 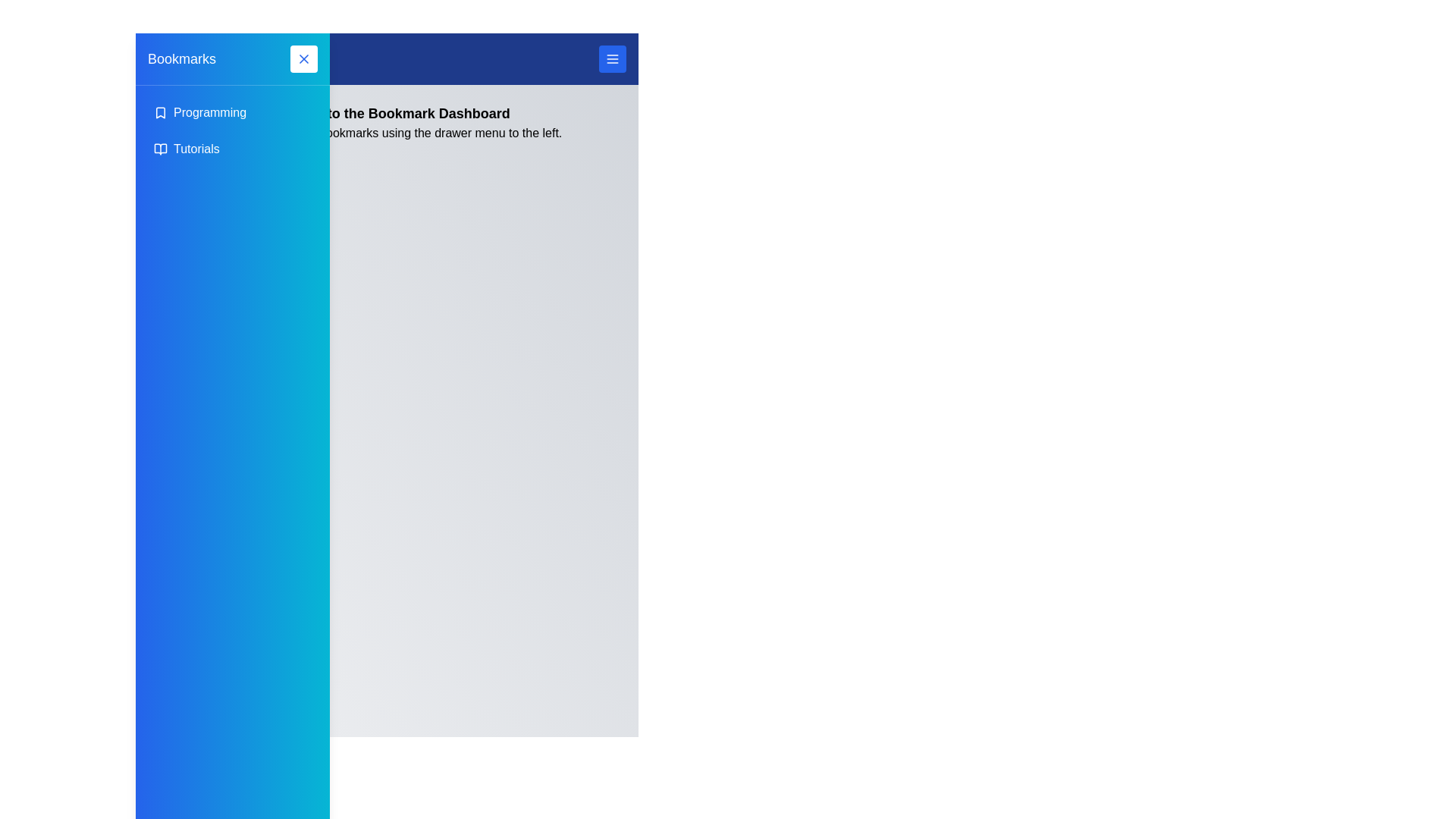 What do you see at coordinates (232, 149) in the screenshot?
I see `the 'Tutorials' interactive menu button in the sidebar` at bounding box center [232, 149].